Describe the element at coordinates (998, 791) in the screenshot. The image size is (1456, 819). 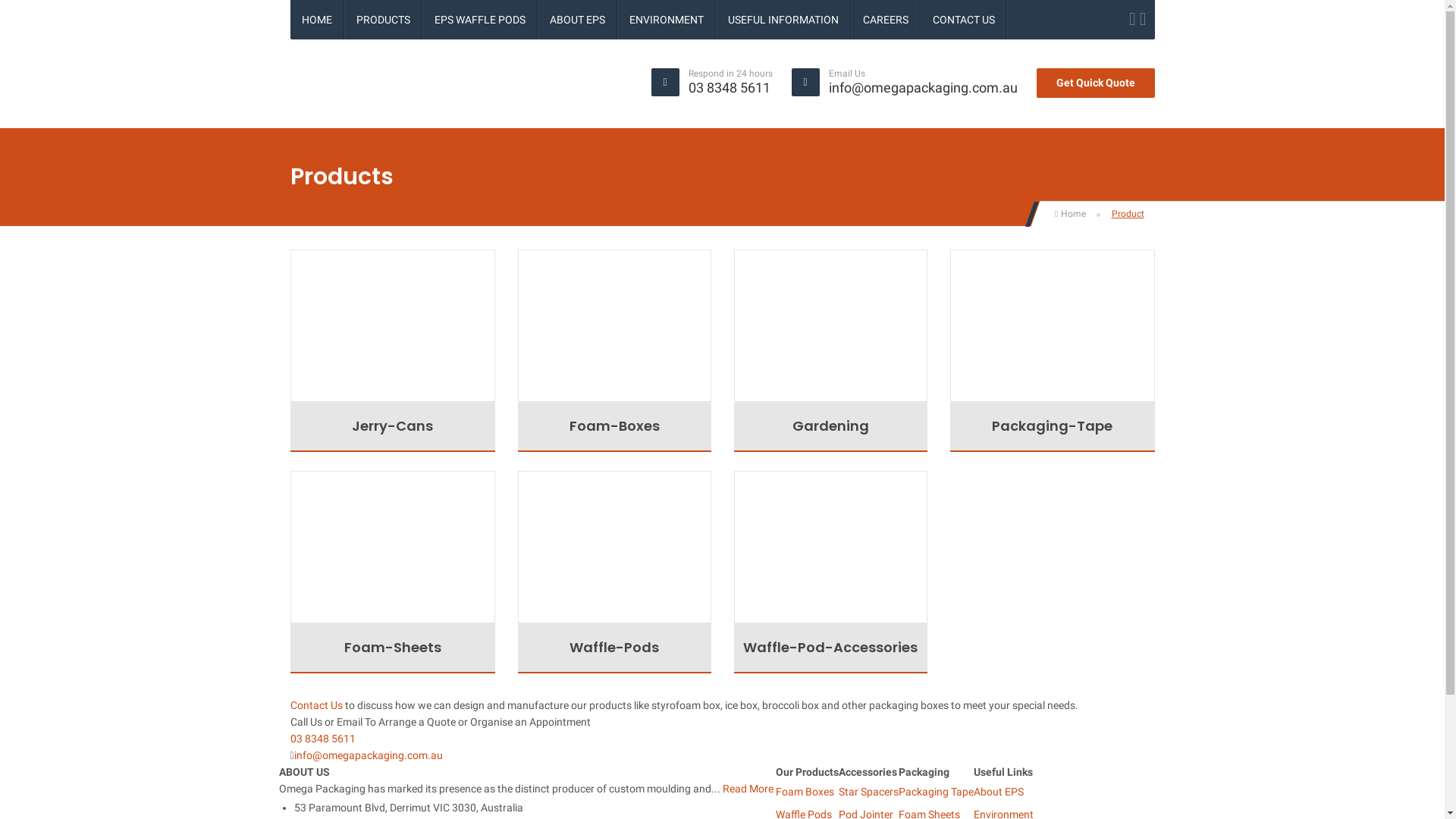
I see `'About EPS'` at that location.